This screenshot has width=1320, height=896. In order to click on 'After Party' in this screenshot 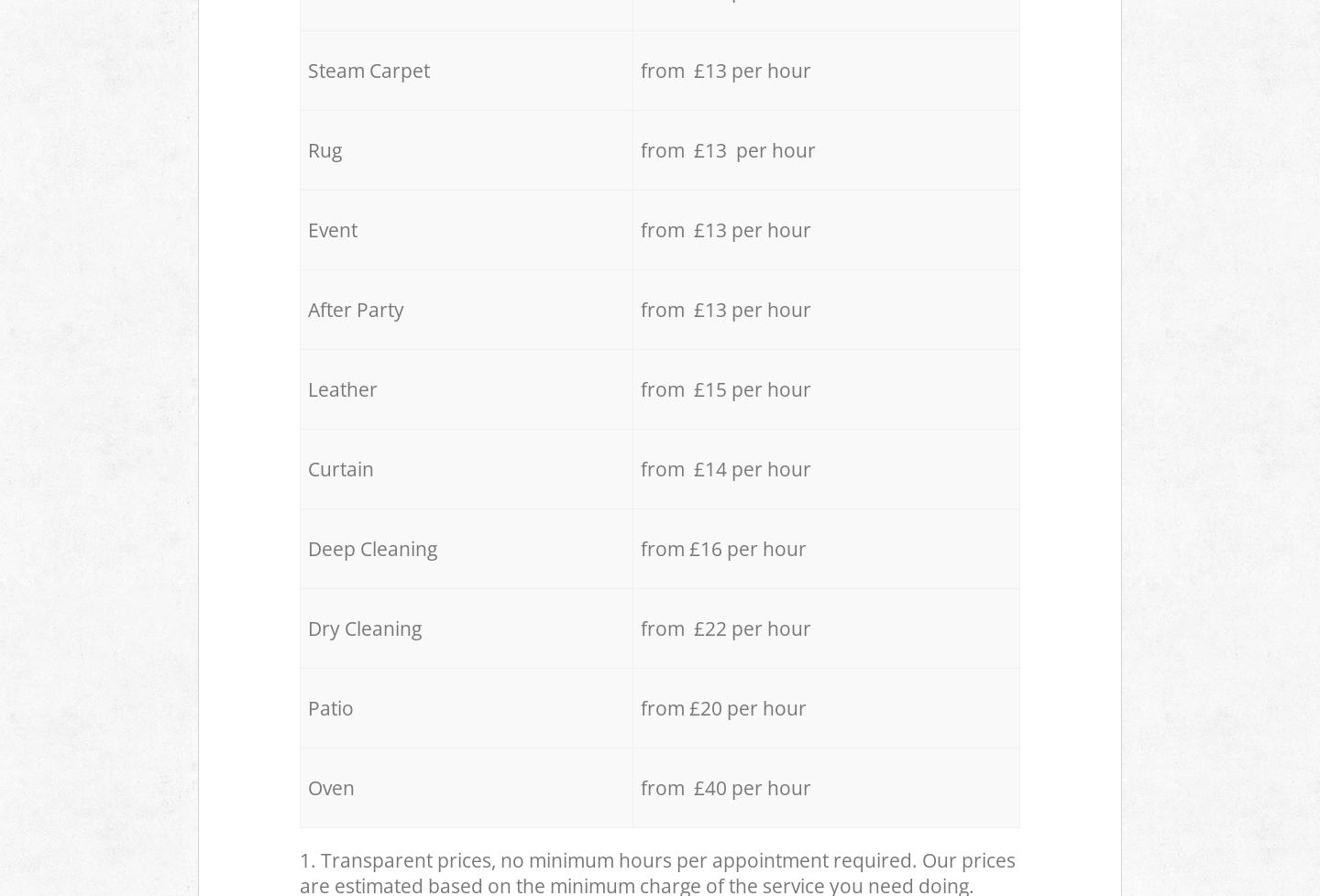, I will do `click(307, 308)`.